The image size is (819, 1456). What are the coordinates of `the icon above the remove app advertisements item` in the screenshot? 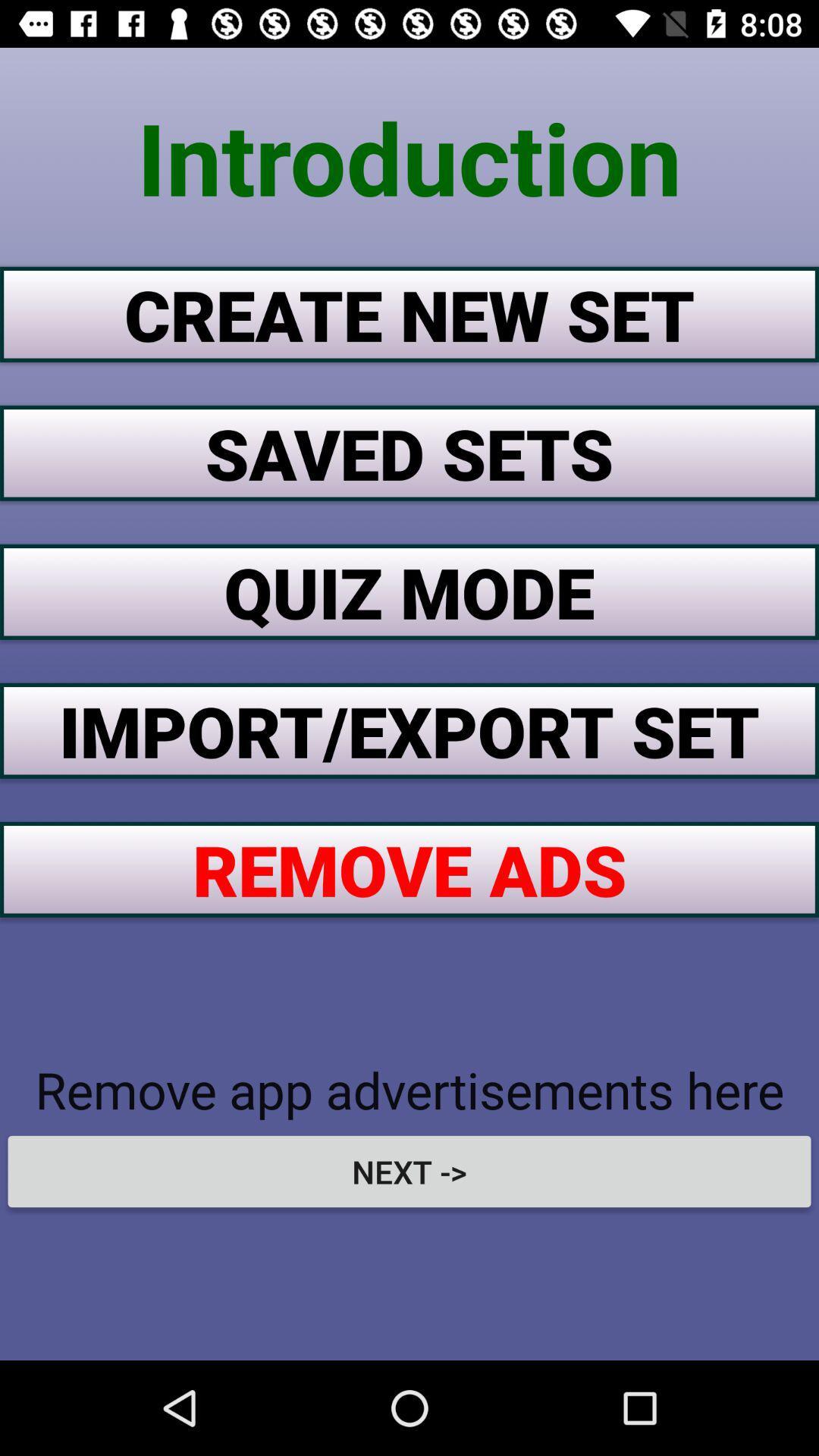 It's located at (409, 869).